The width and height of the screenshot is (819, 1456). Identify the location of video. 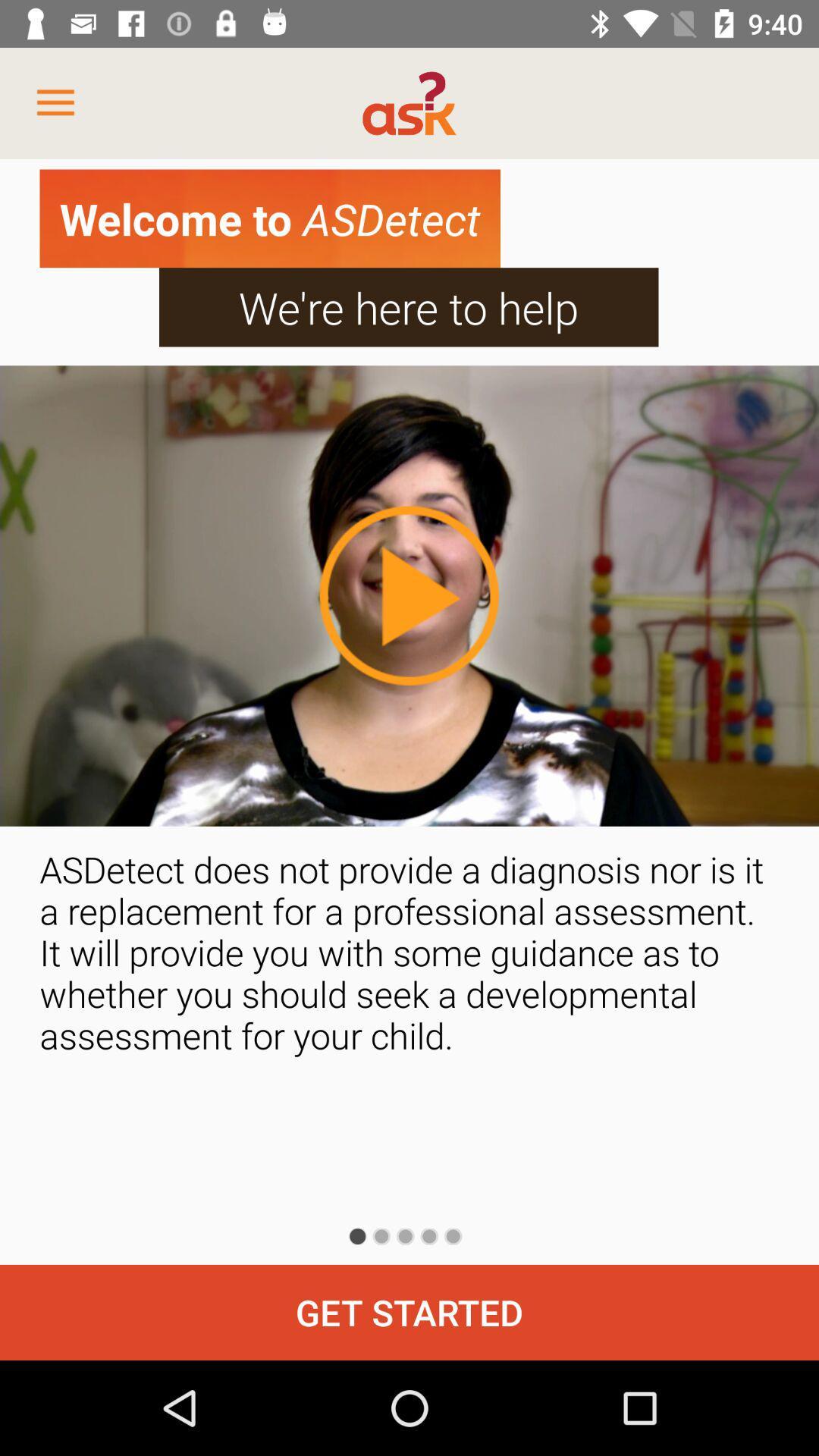
(408, 595).